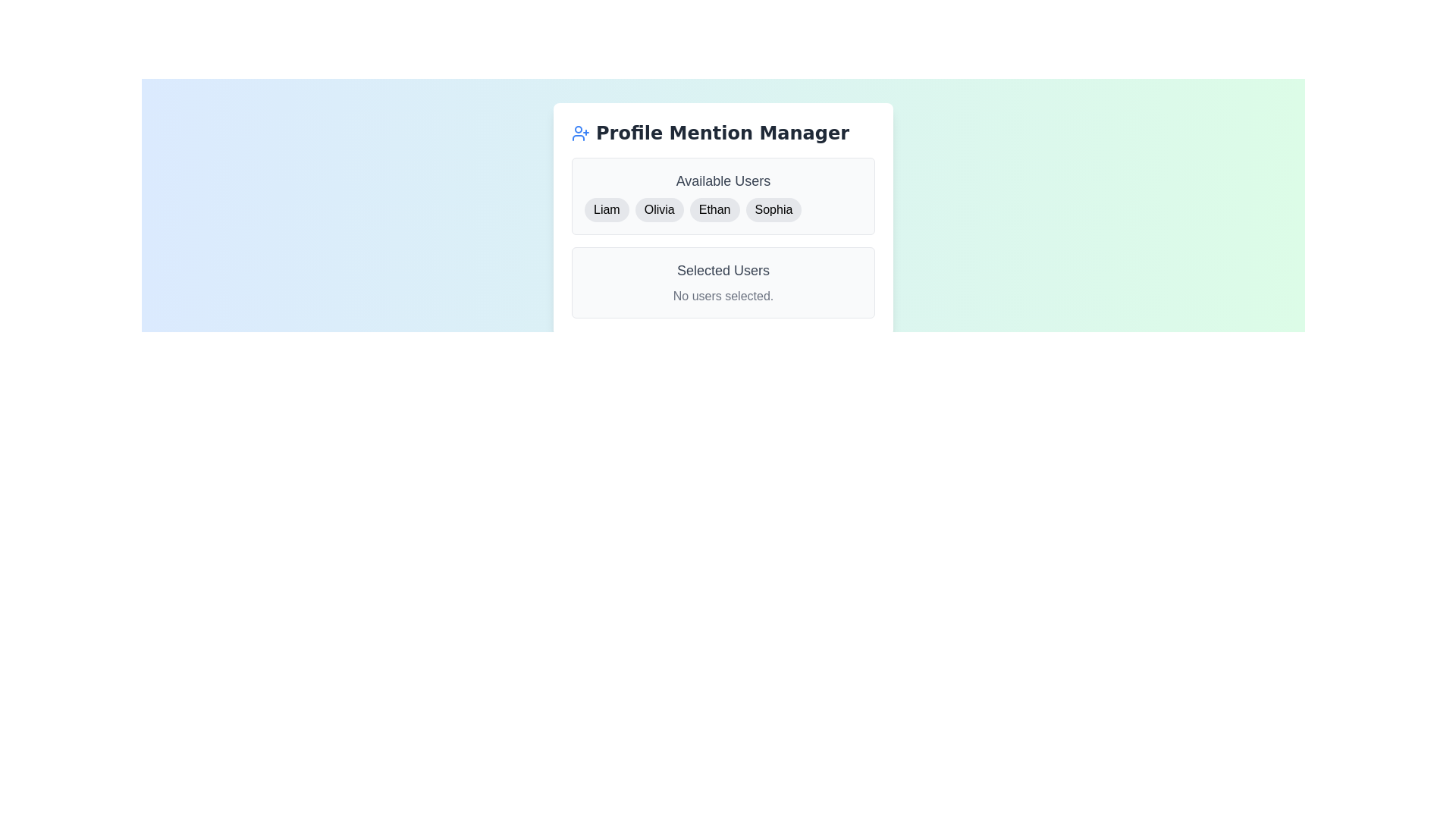  Describe the element at coordinates (714, 210) in the screenshot. I see `the interactive button representing the 'Ethan' profile` at that location.